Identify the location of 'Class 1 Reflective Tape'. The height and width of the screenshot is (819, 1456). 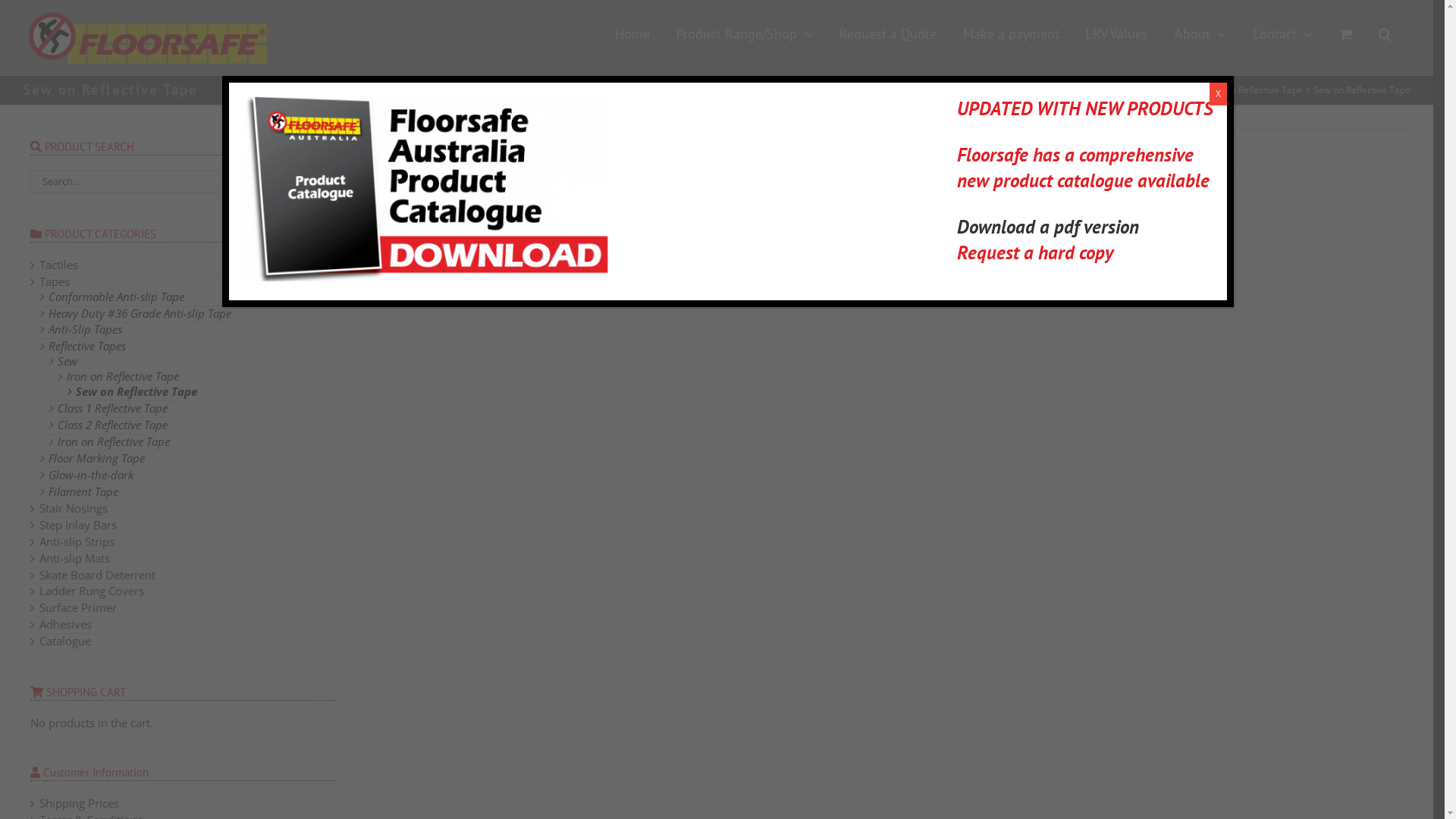
(111, 406).